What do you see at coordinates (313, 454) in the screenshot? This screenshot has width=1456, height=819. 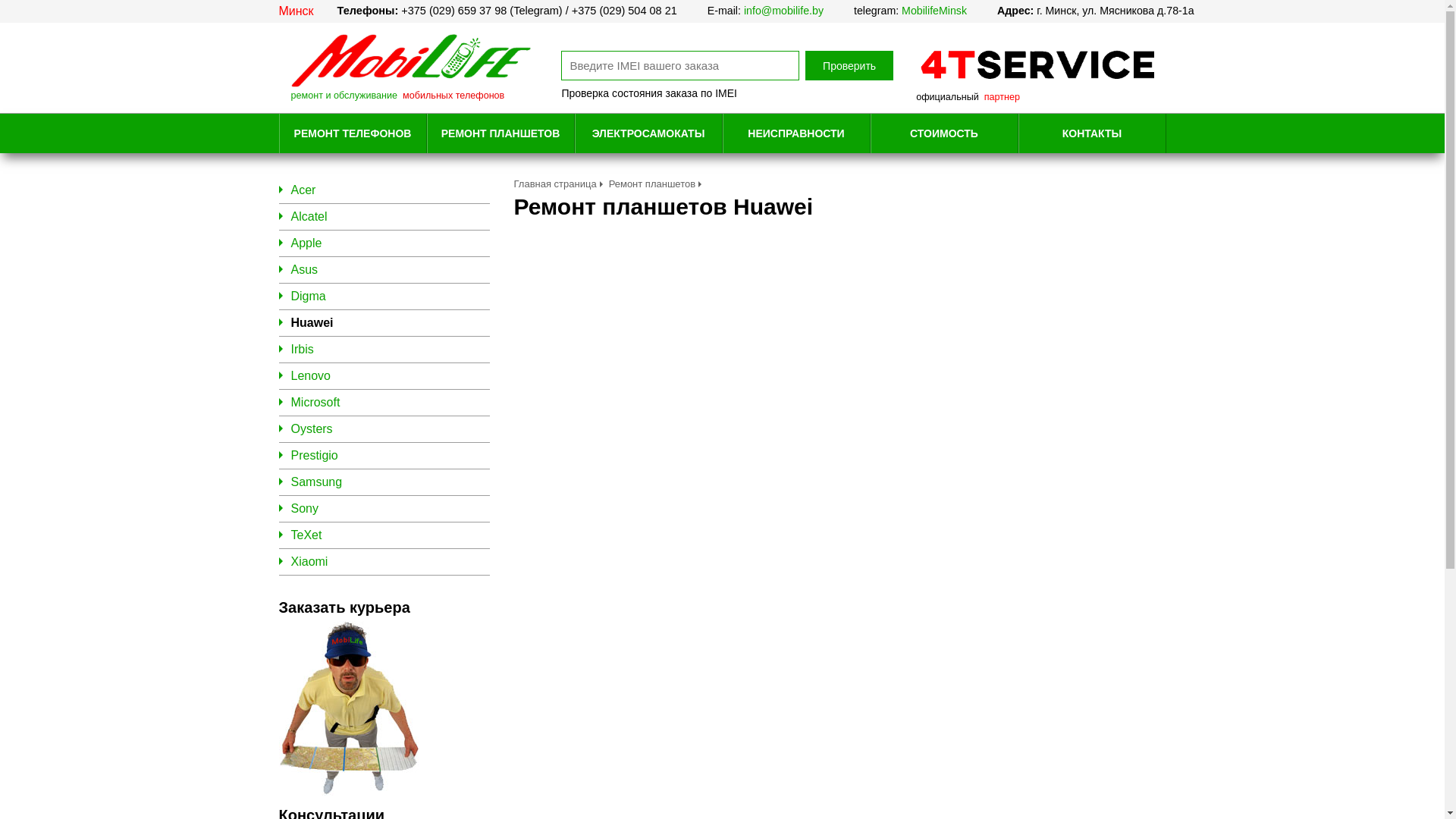 I see `'Prestigio'` at bounding box center [313, 454].